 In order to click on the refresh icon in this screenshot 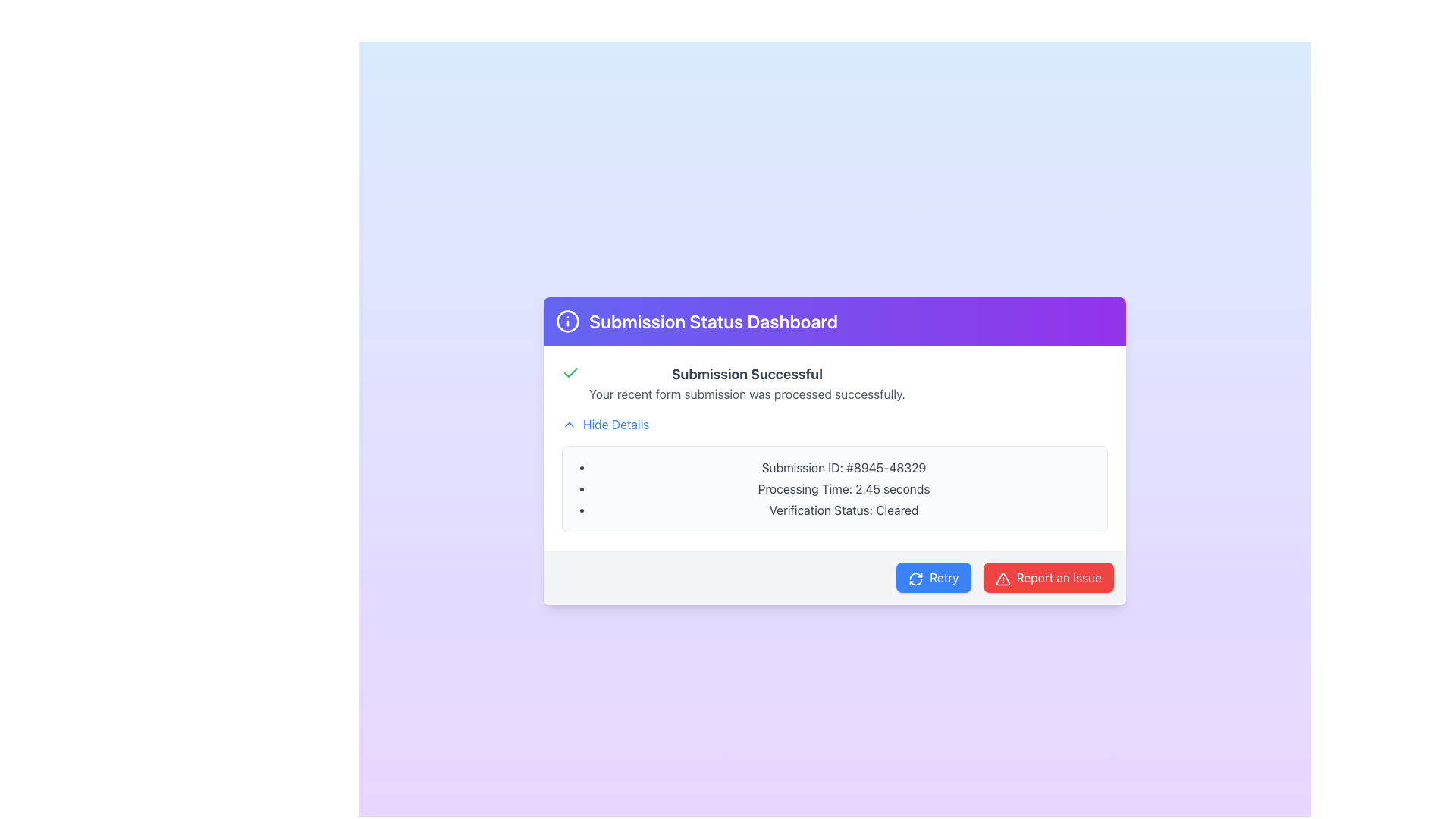, I will do `click(915, 579)`.